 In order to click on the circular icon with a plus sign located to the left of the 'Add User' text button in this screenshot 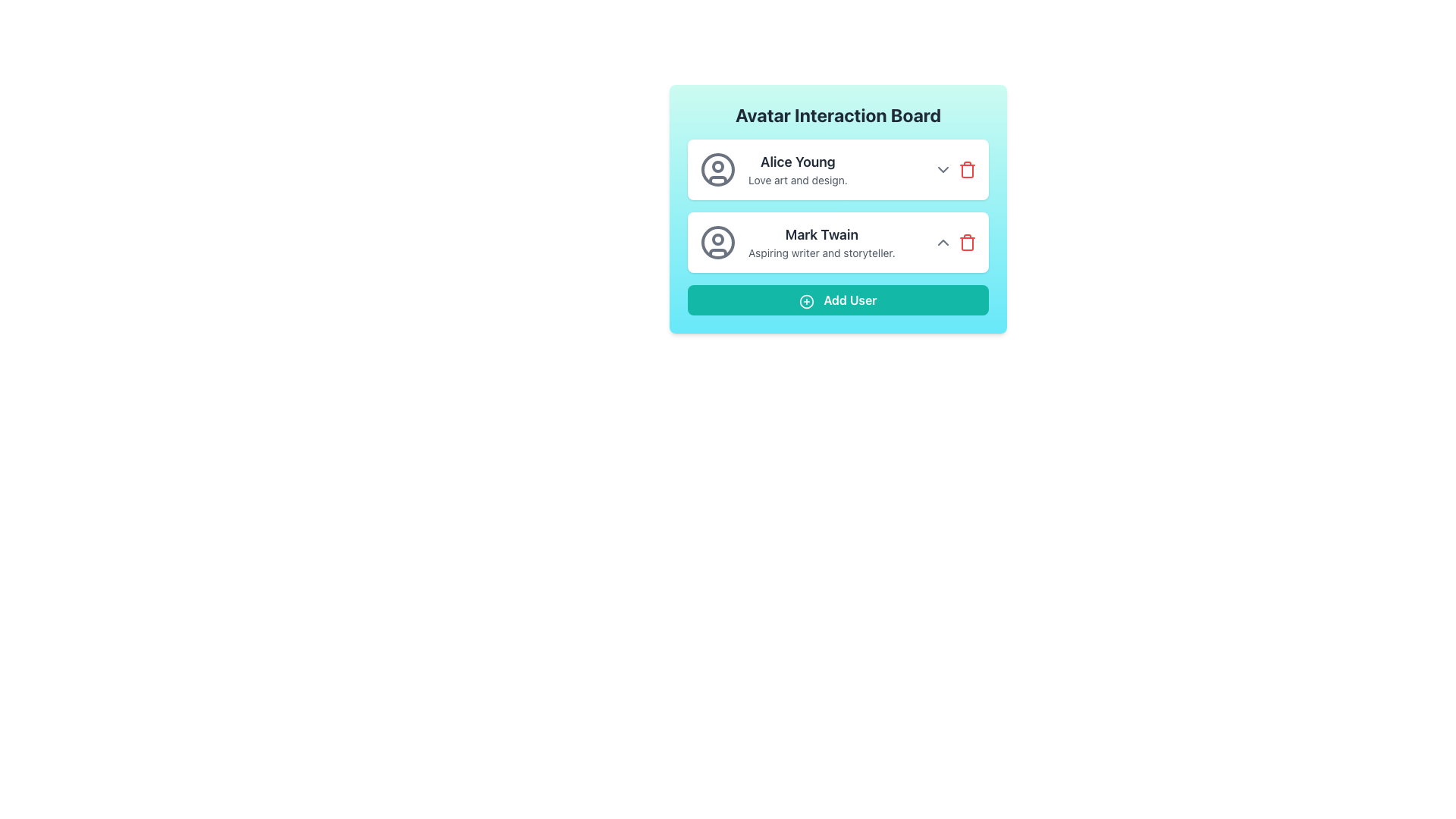, I will do `click(806, 301)`.